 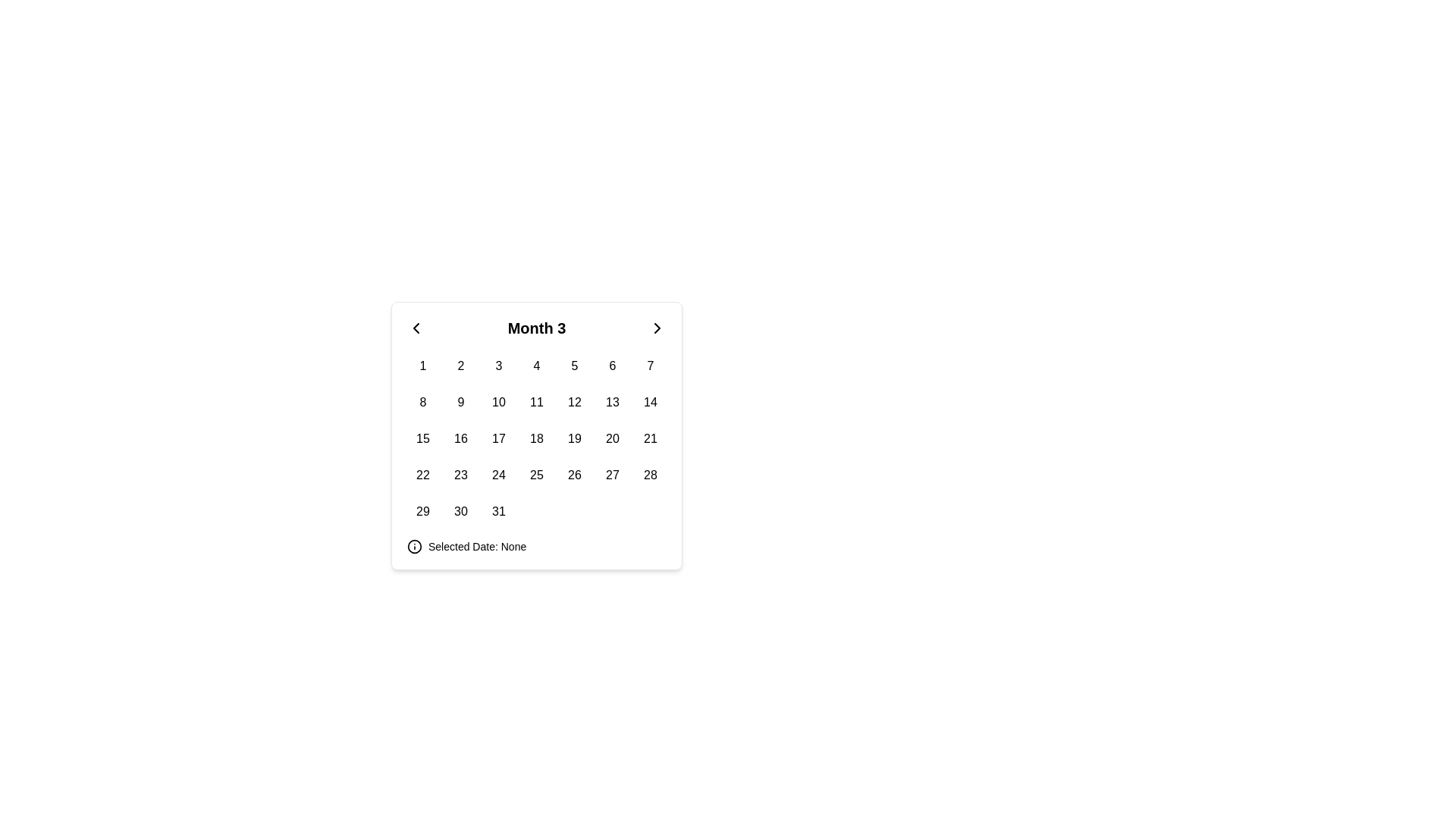 I want to click on the selectable calendar date button located in the second row and sixth column of the date-picker grid beneath 'Month 3', so click(x=612, y=402).